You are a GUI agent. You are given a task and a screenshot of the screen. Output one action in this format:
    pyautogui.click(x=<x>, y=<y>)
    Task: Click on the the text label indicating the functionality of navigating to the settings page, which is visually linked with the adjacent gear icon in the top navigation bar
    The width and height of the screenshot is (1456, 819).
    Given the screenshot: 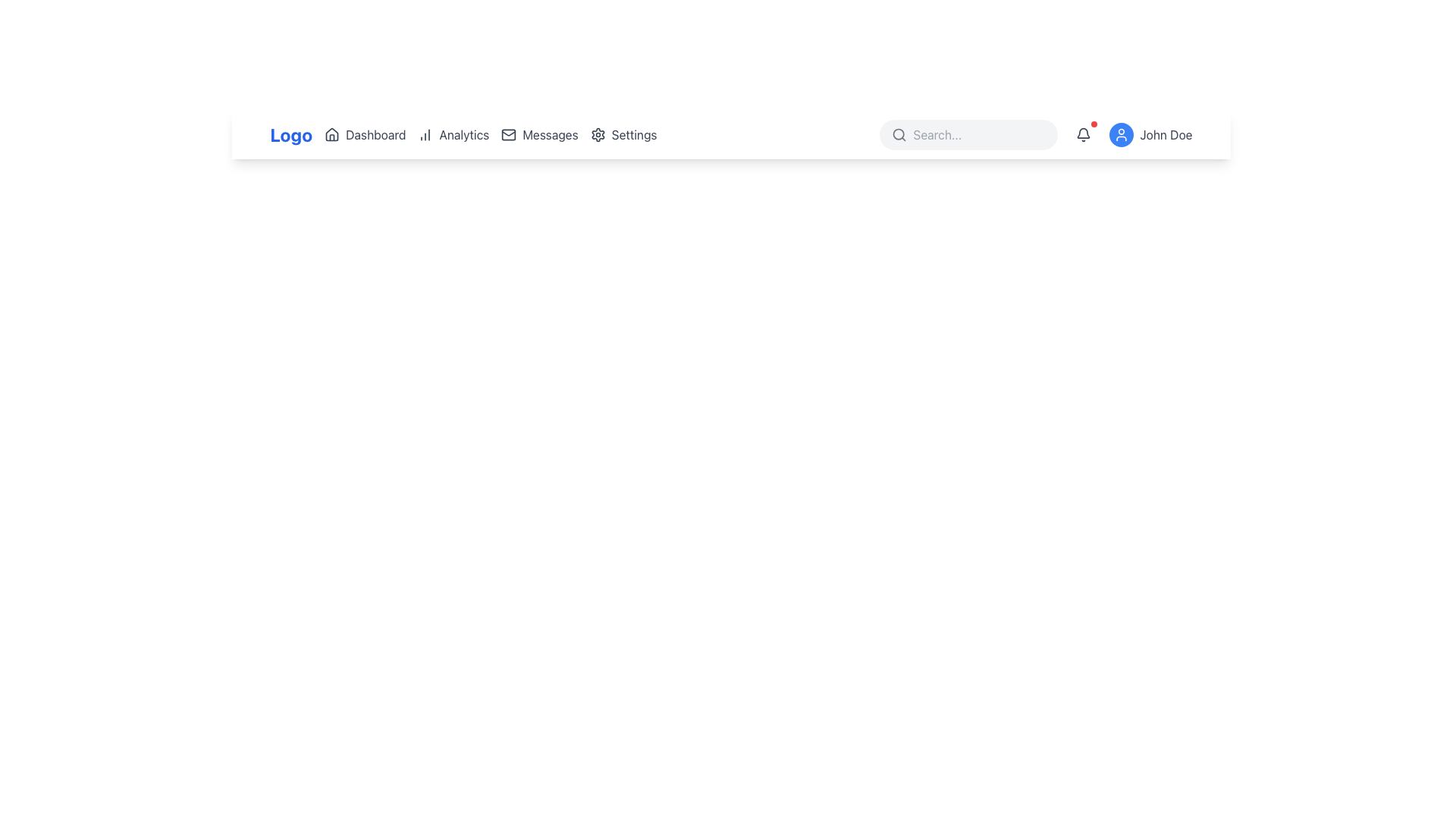 What is the action you would take?
    pyautogui.click(x=634, y=133)
    